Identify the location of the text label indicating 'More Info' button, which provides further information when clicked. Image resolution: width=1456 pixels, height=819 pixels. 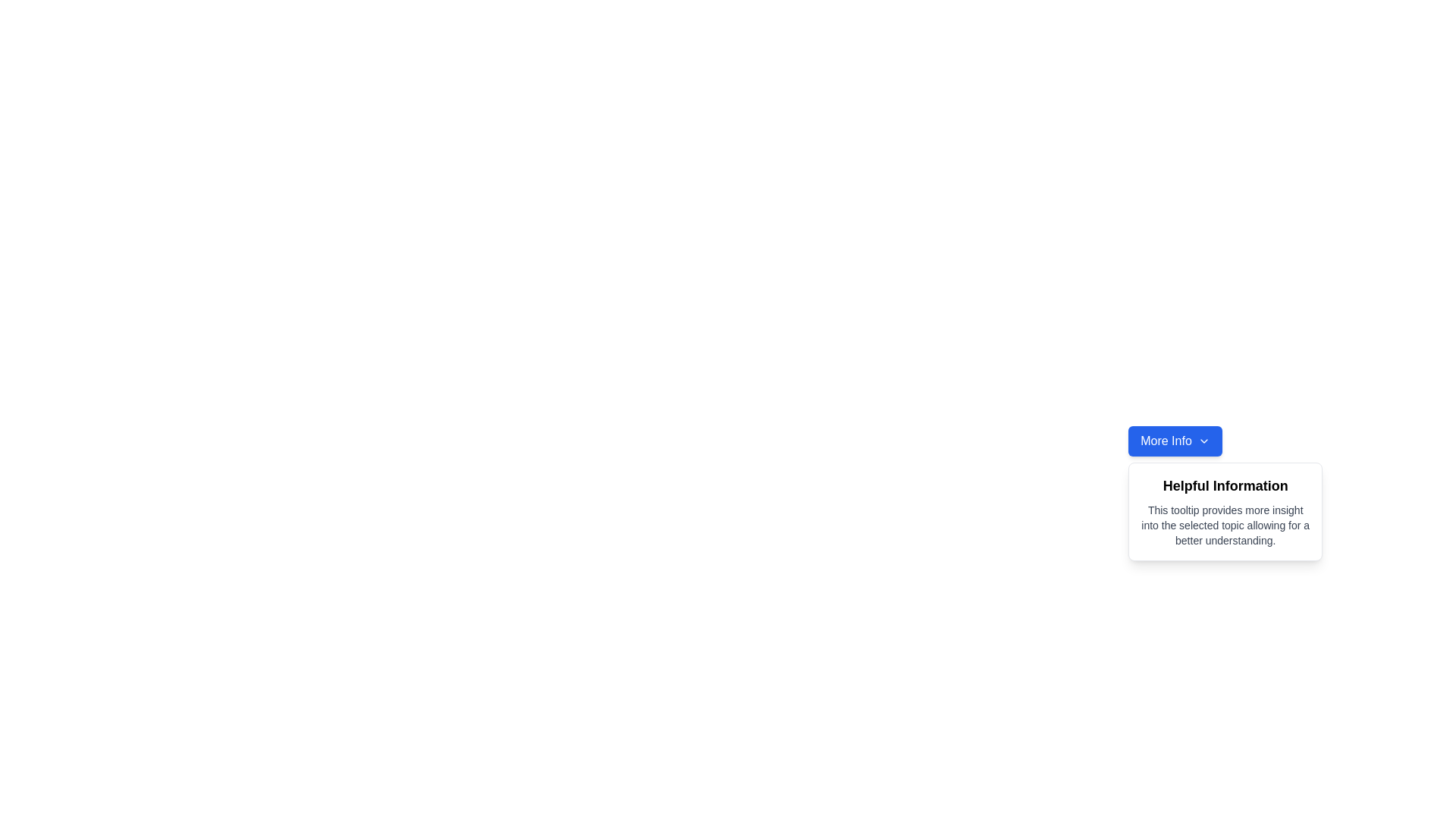
(1165, 441).